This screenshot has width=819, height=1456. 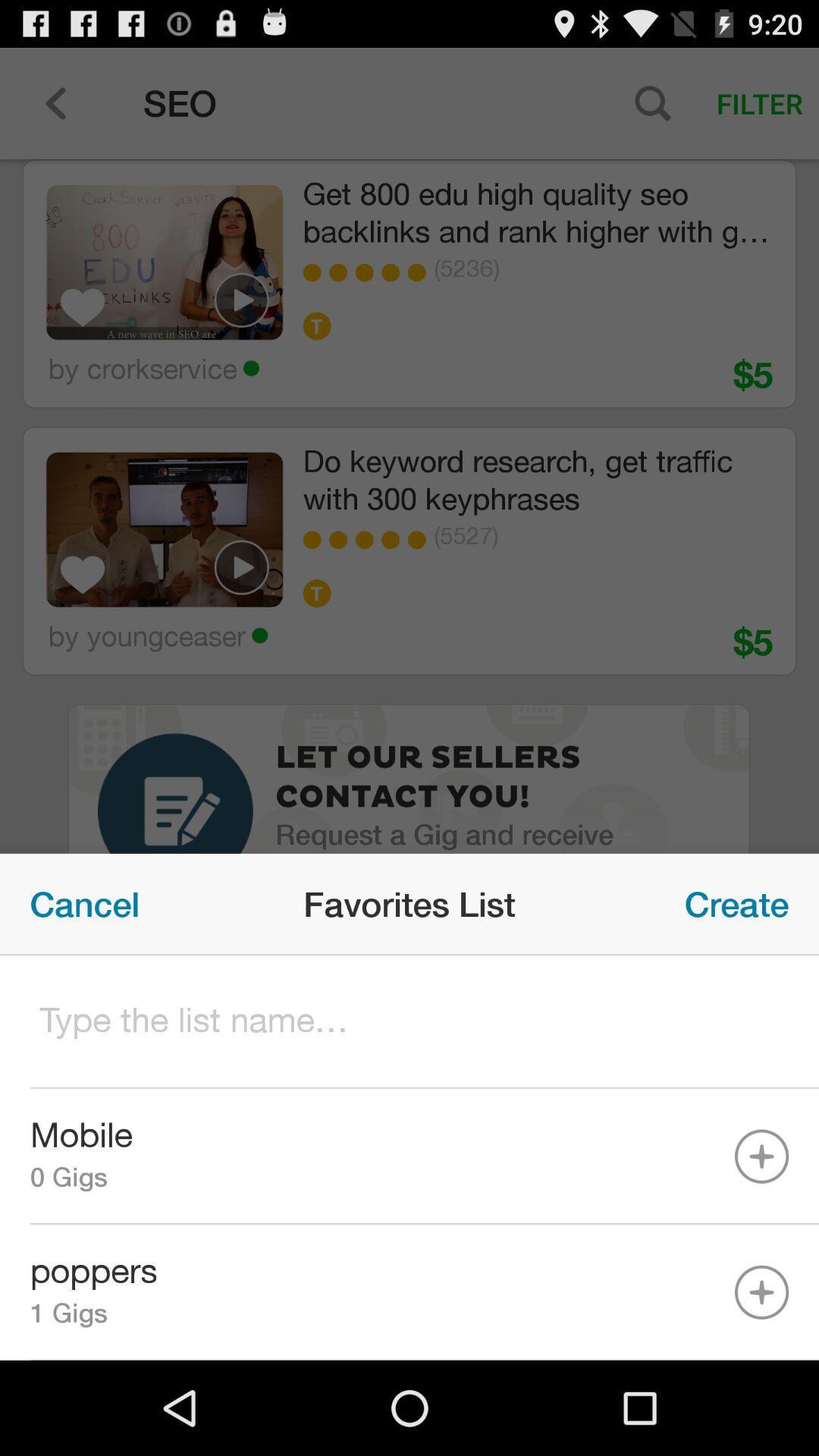 I want to click on icon to the right of favorites list item, so click(x=736, y=904).